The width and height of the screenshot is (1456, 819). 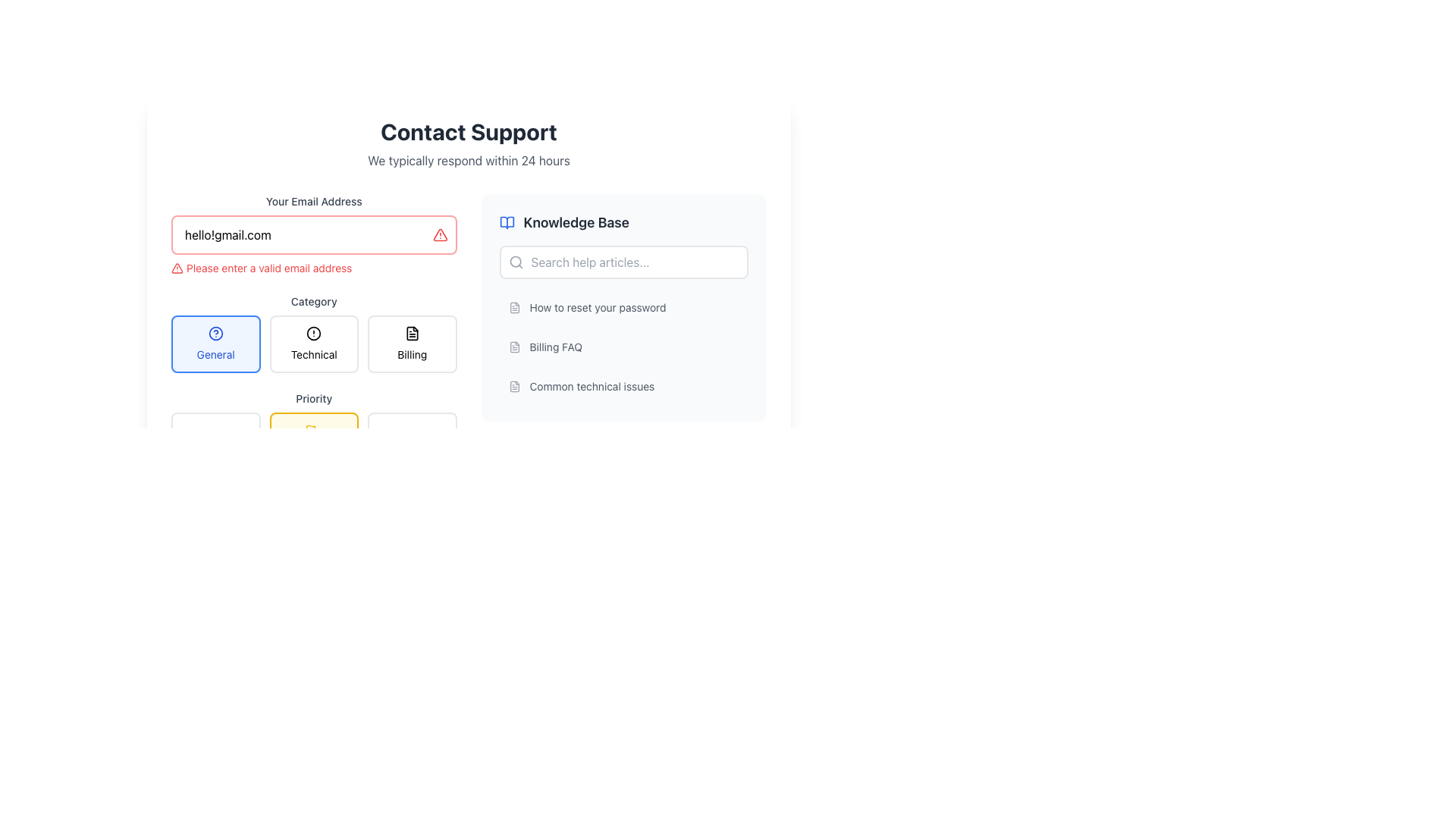 What do you see at coordinates (514, 385) in the screenshot?
I see `the document or file icon that is centrally placed within a rectangular region, adjacent to text elements, used for content categorization or identification` at bounding box center [514, 385].